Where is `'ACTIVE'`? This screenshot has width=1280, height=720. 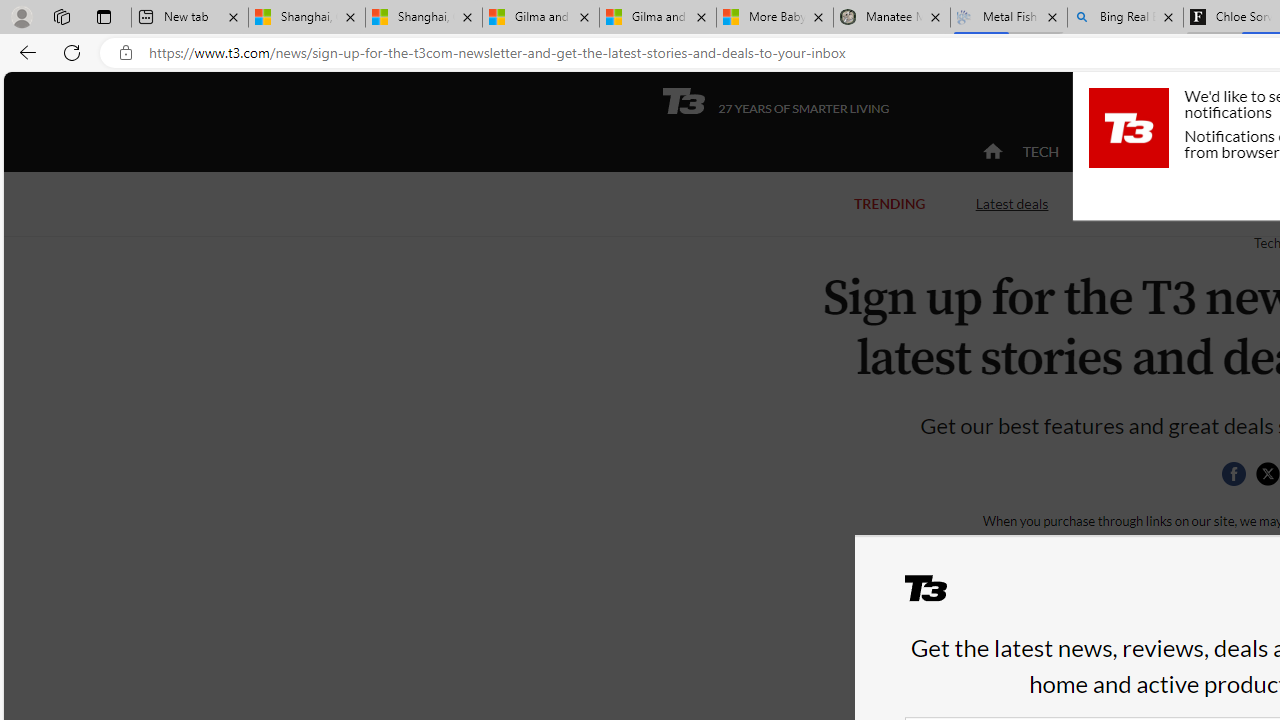 'ACTIVE' is located at coordinates (1124, 150).